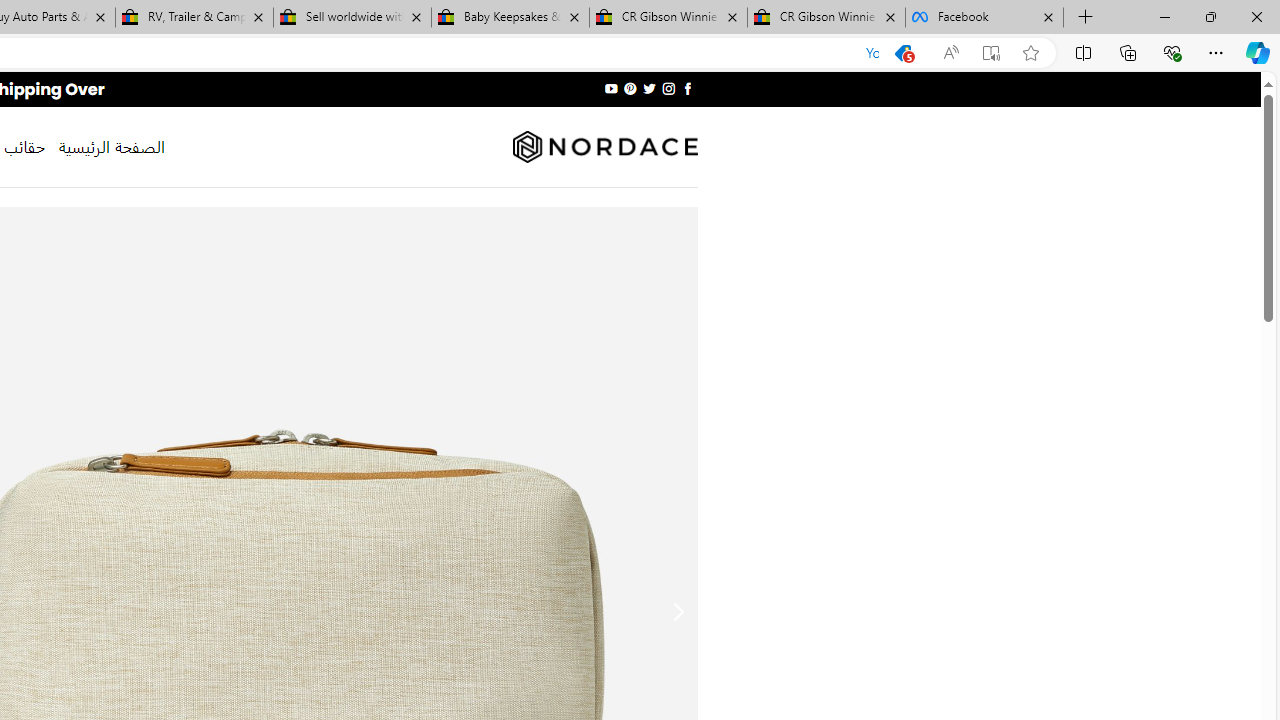  Describe the element at coordinates (510, 17) in the screenshot. I see `'Baby Keepsakes & Announcements for sale | eBay'` at that location.